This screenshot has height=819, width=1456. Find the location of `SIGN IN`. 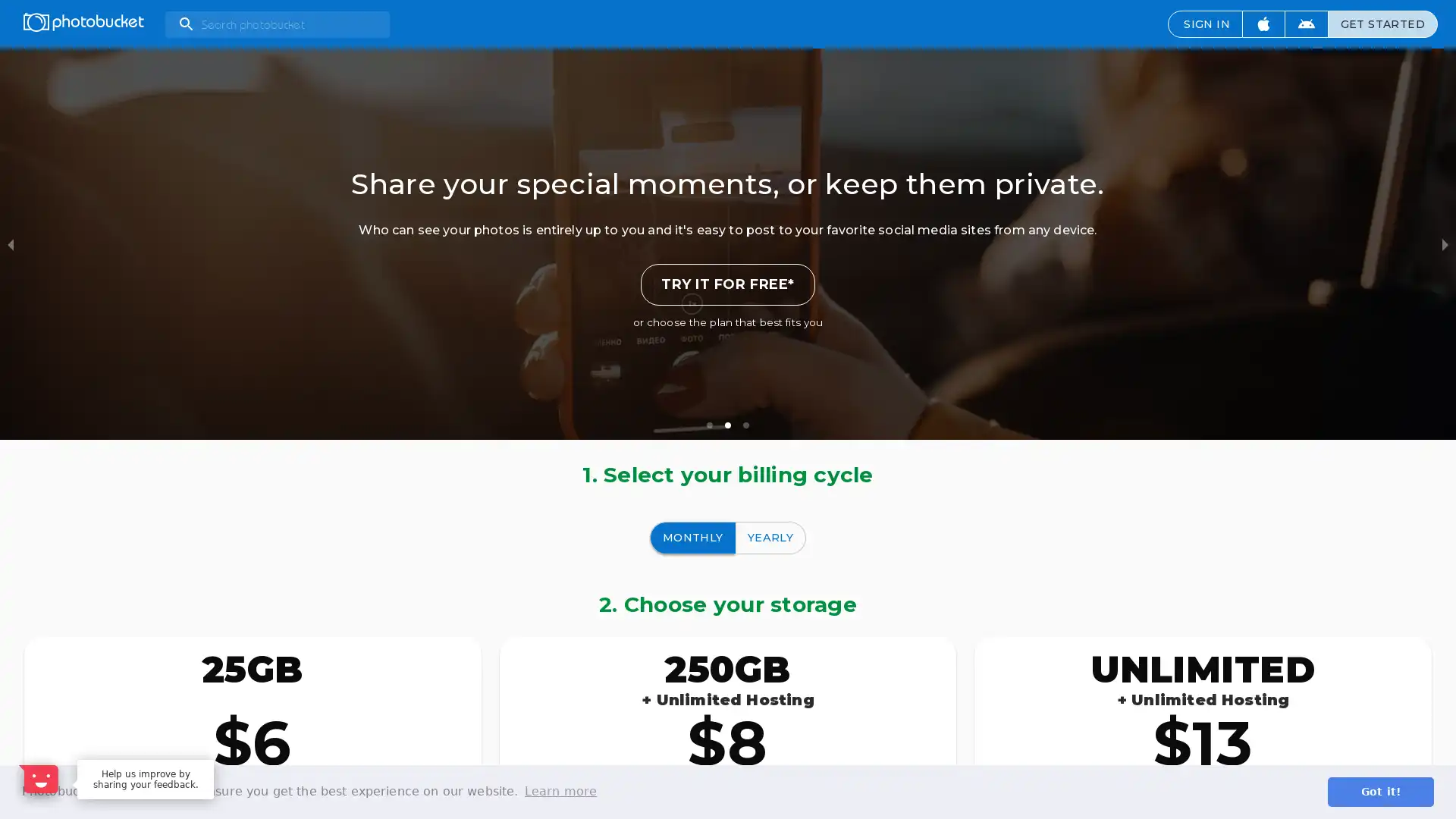

SIGN IN is located at coordinates (1203, 24).